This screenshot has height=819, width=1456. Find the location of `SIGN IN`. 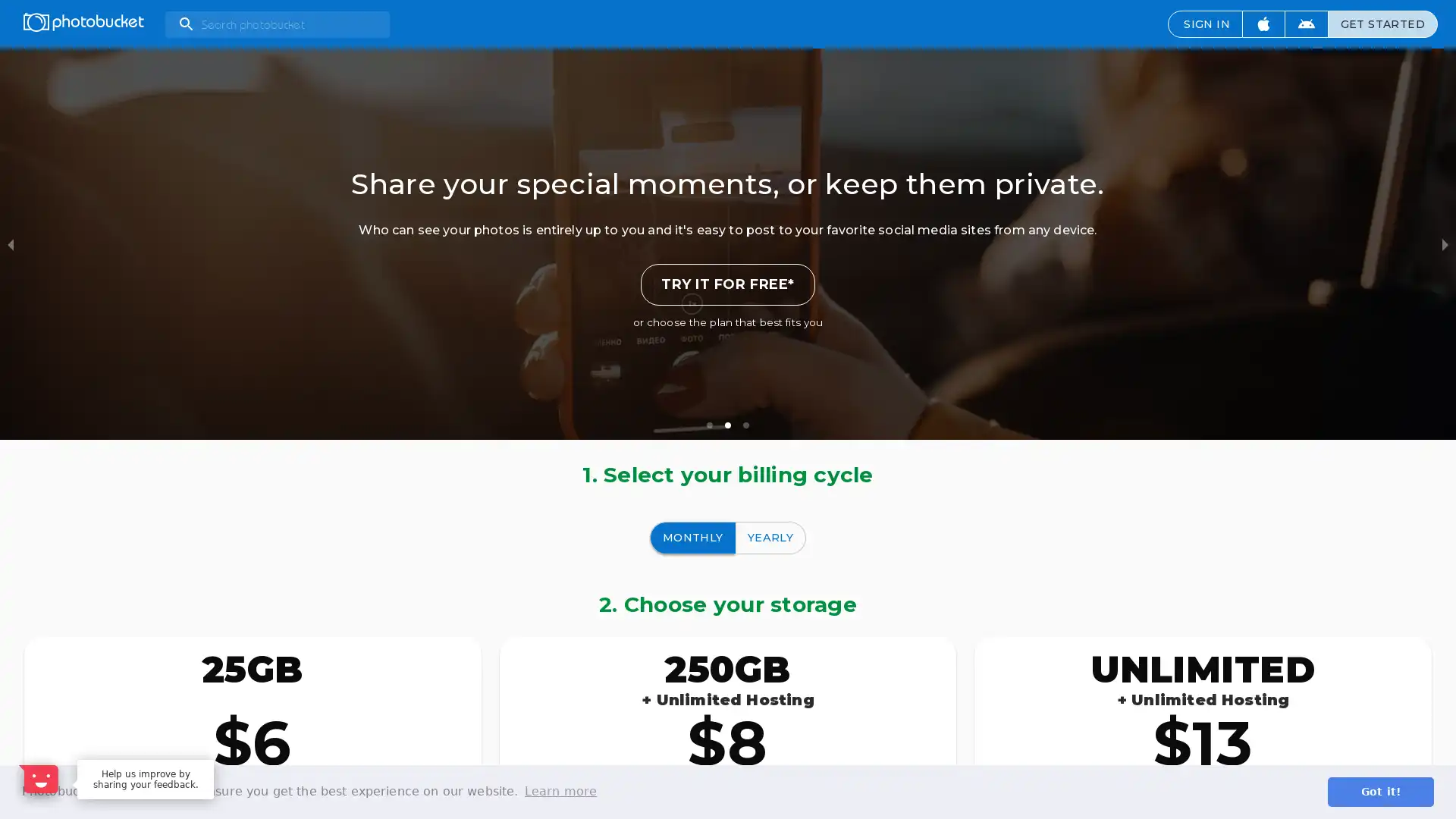

SIGN IN is located at coordinates (1203, 24).